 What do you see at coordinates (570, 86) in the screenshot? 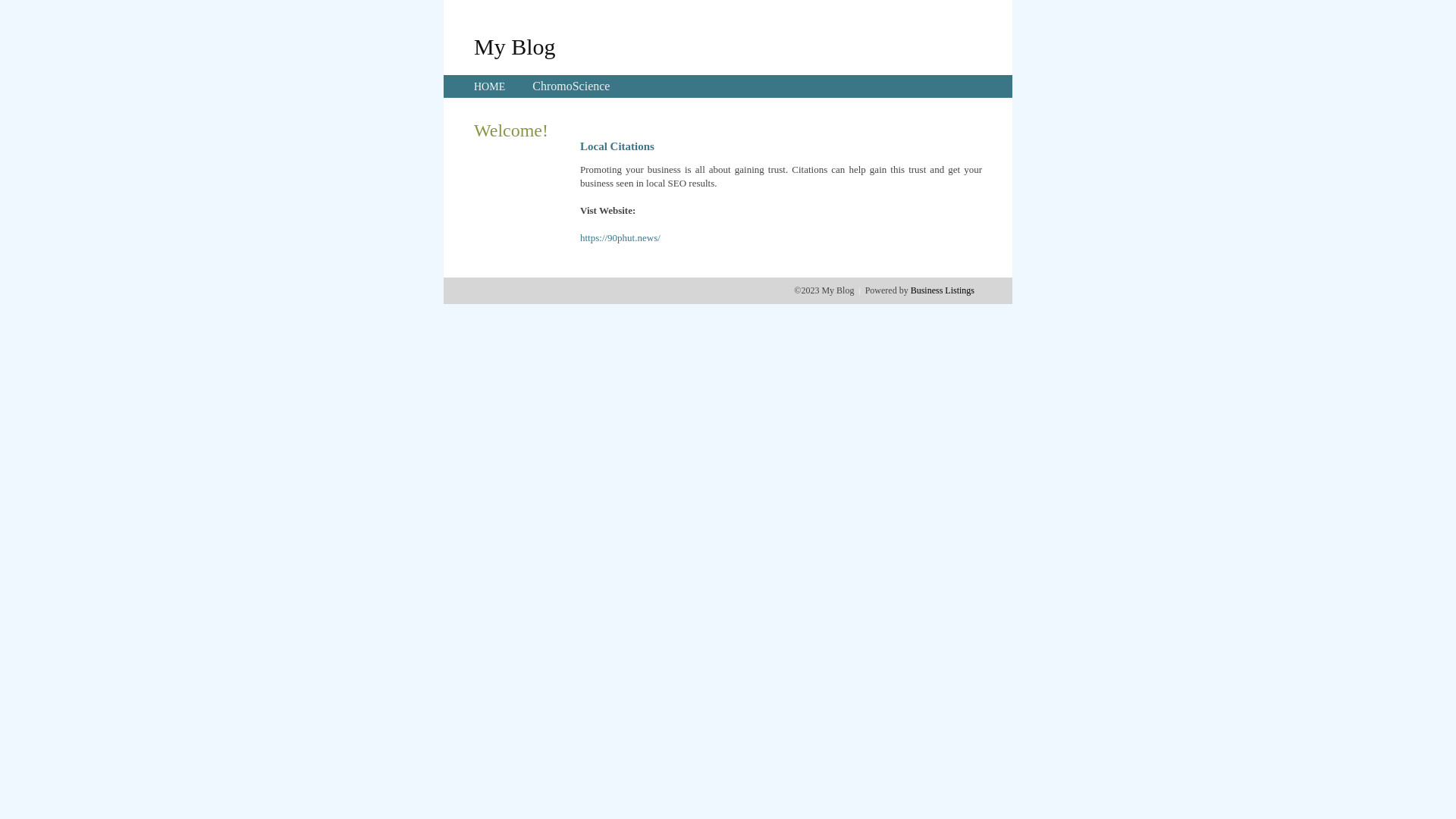
I see `'ChromoScience'` at bounding box center [570, 86].